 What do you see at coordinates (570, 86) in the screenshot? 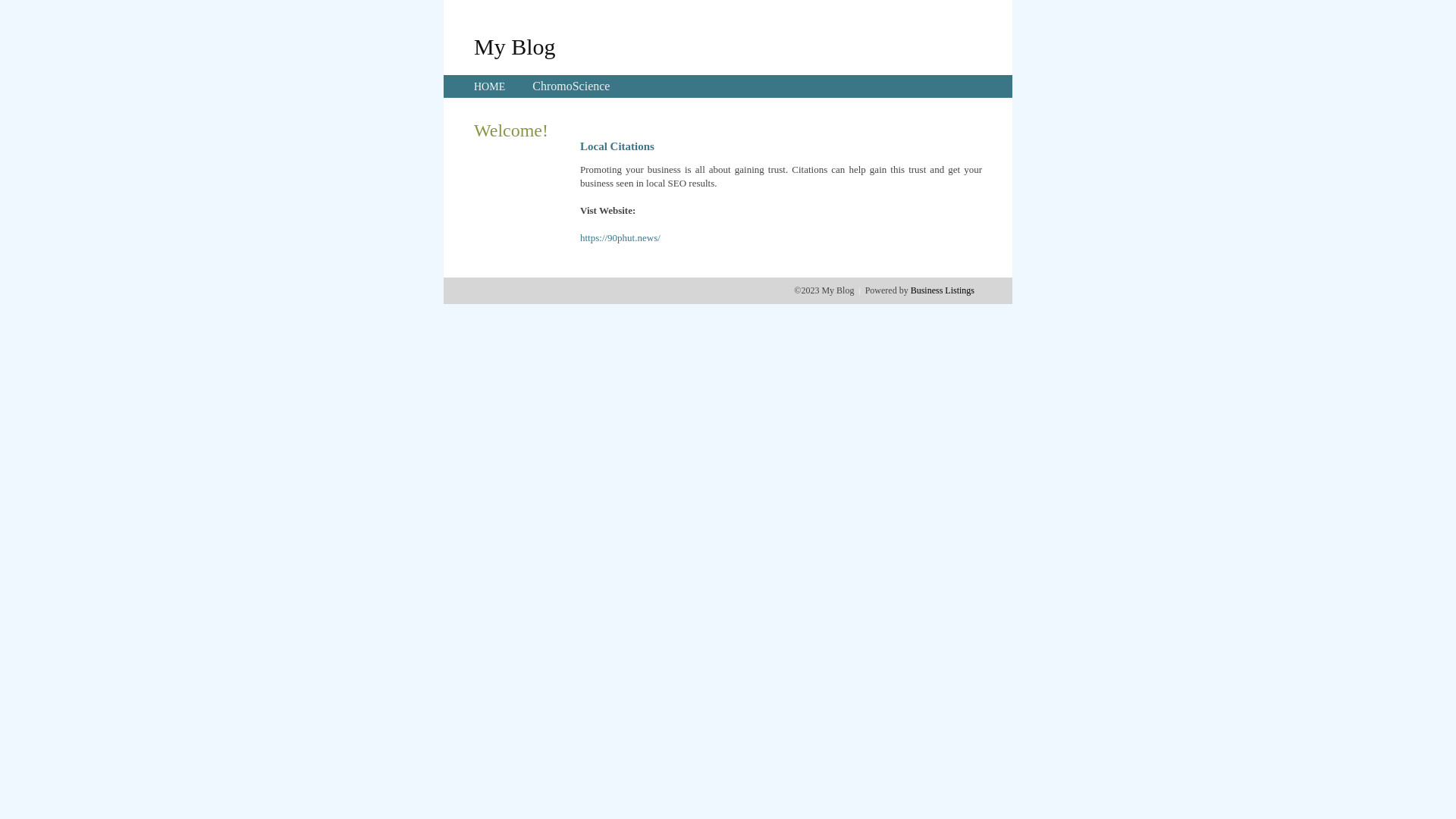
I see `'ChromoScience'` at bounding box center [570, 86].